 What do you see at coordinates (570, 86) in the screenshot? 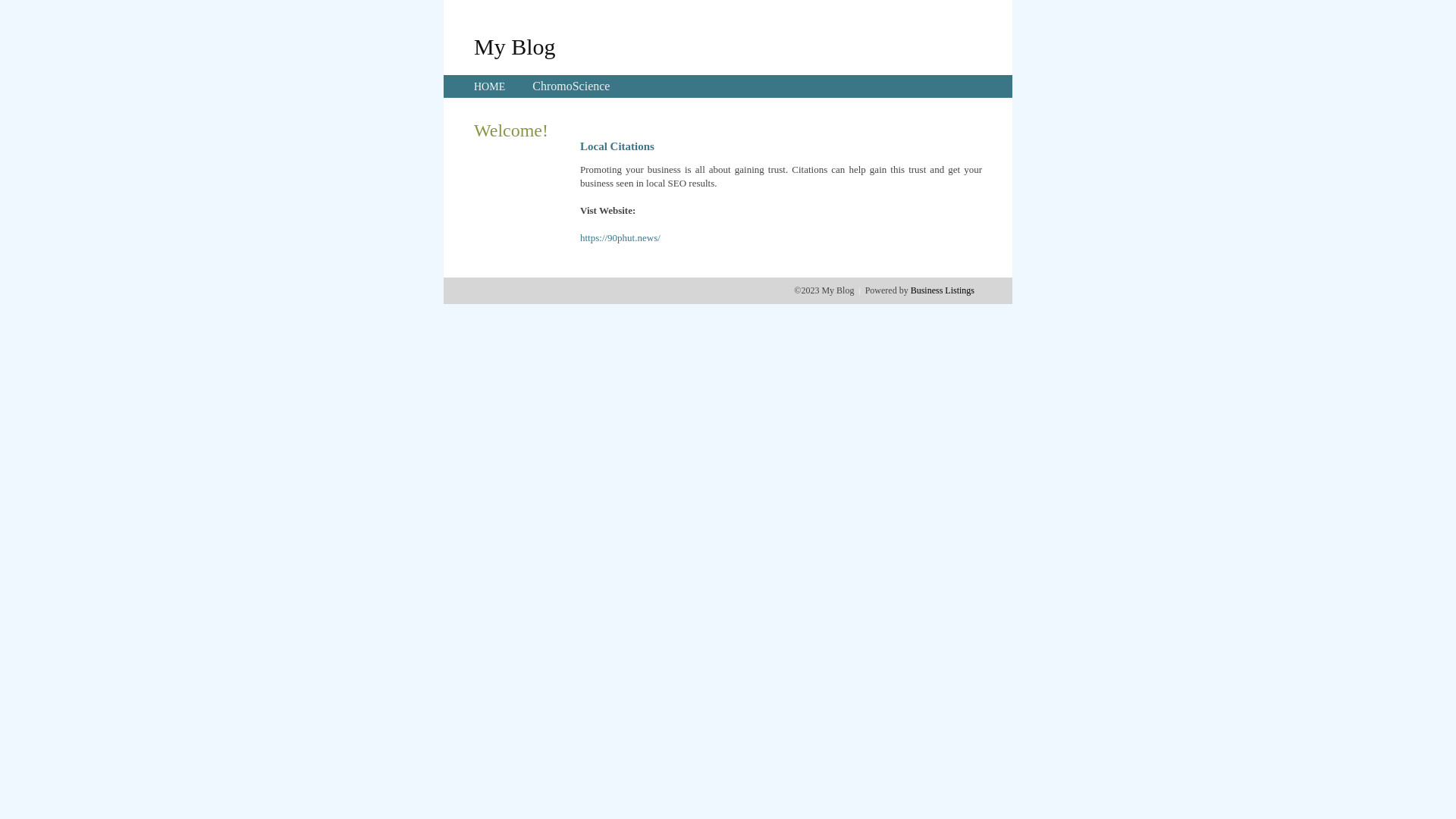
I see `'ChromoScience'` at bounding box center [570, 86].